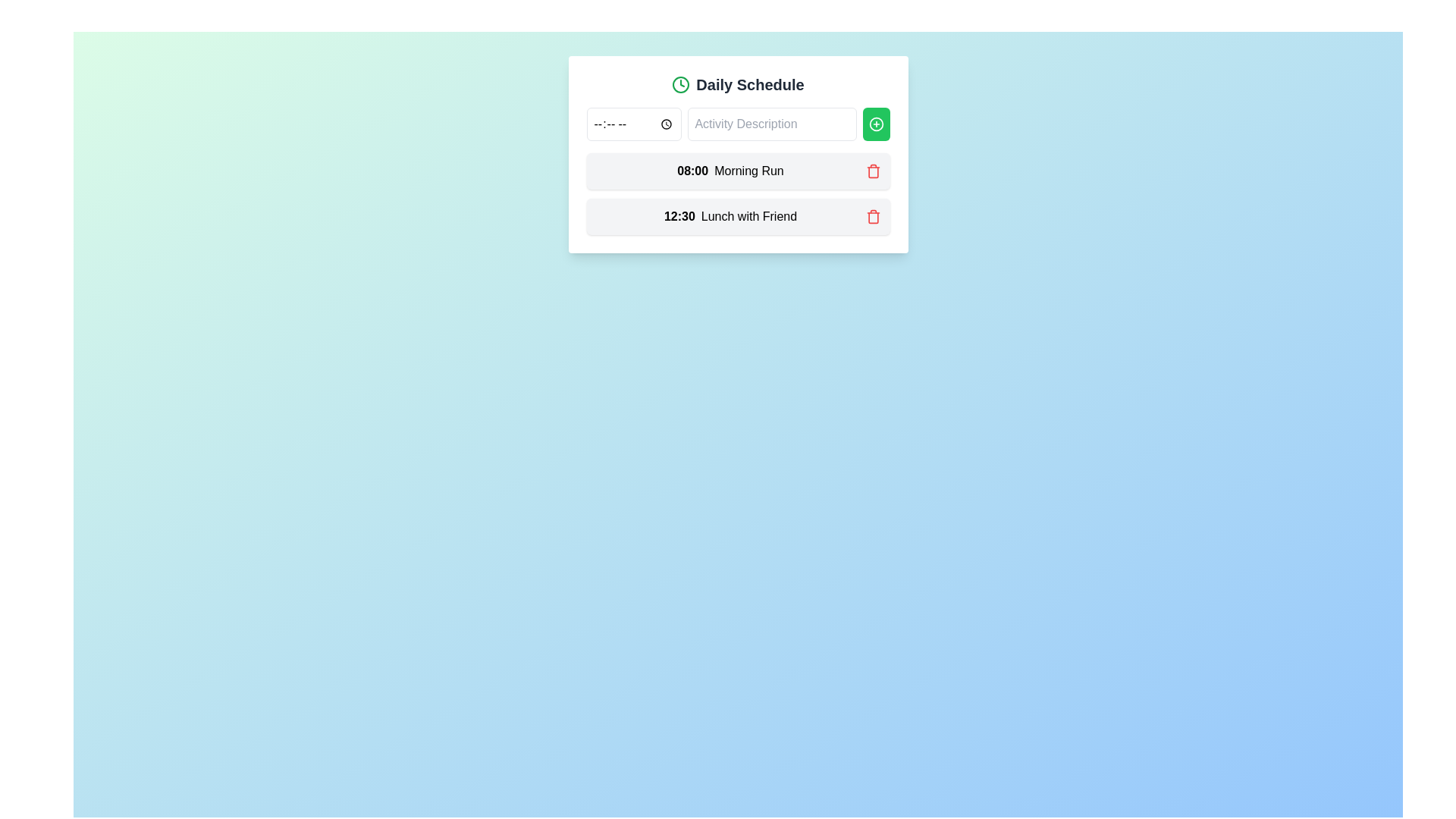 The width and height of the screenshot is (1456, 819). What do you see at coordinates (730, 171) in the screenshot?
I see `the Text Label displaying the time and title of the scheduled activity '08:00Morning Run'` at bounding box center [730, 171].